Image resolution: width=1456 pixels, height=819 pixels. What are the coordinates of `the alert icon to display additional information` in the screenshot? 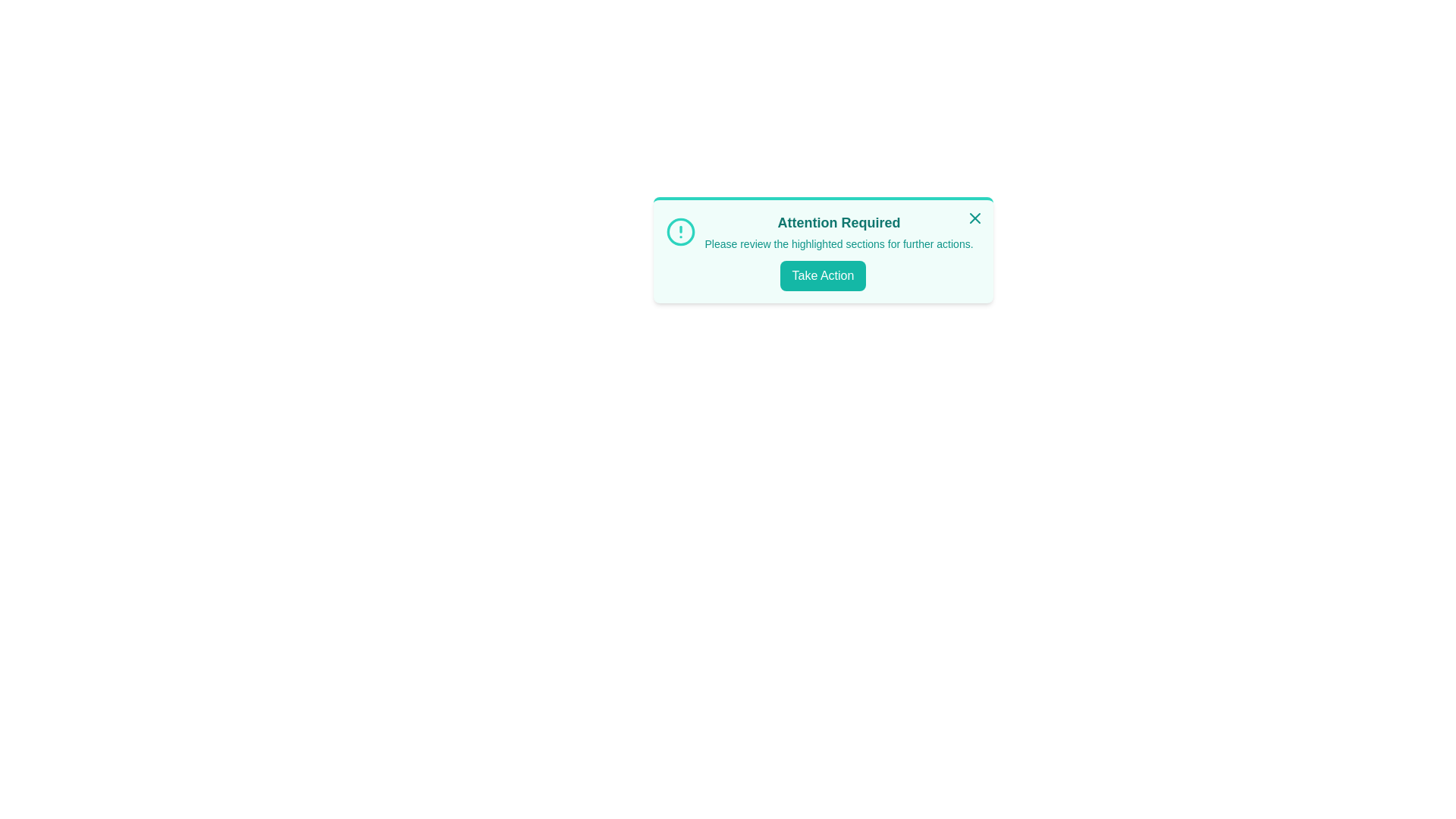 It's located at (679, 231).